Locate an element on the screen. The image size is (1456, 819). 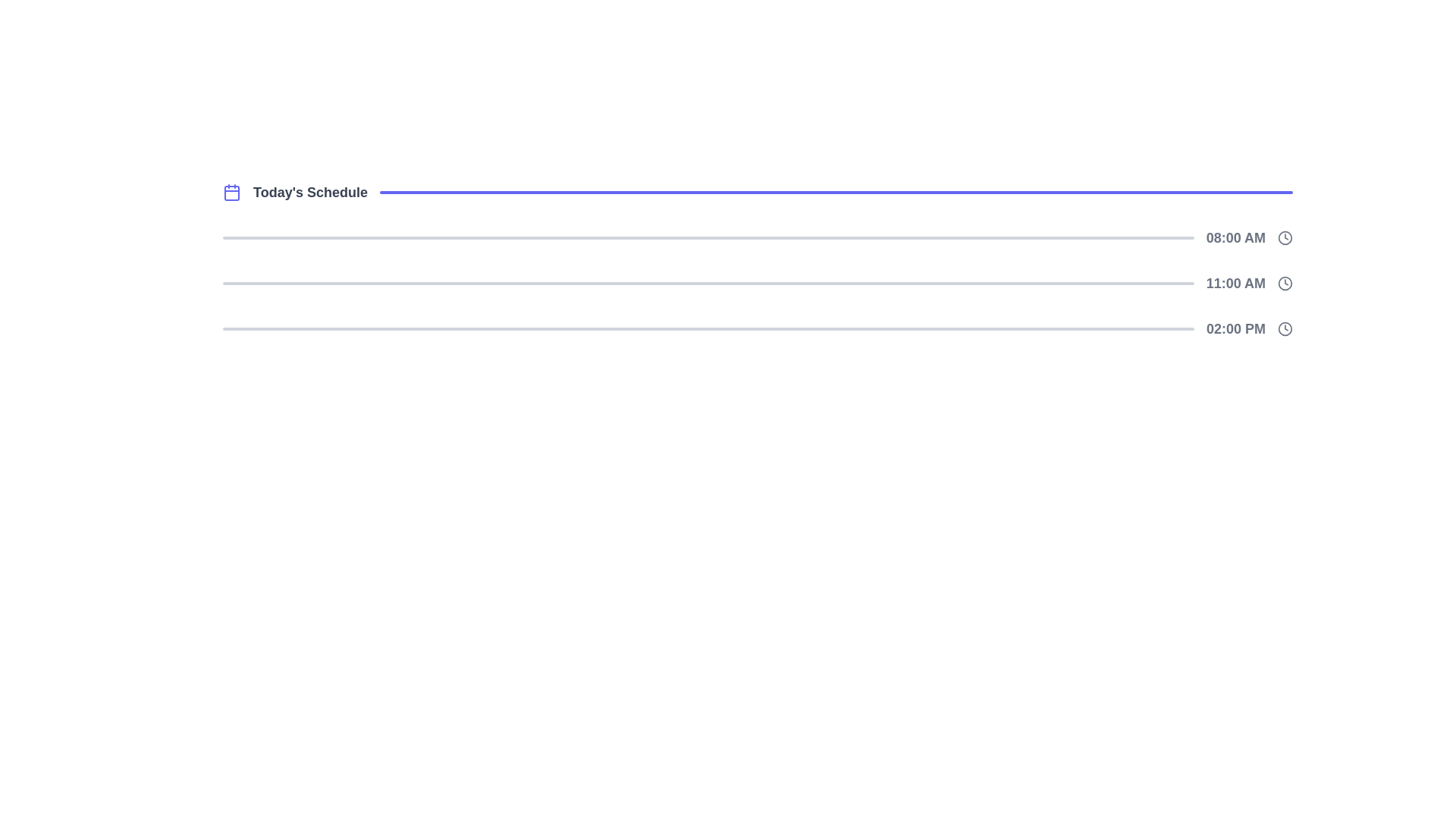
the icon that signifies the purpose of the 'Today's Schedule' section, located to the left of the title is located at coordinates (231, 192).